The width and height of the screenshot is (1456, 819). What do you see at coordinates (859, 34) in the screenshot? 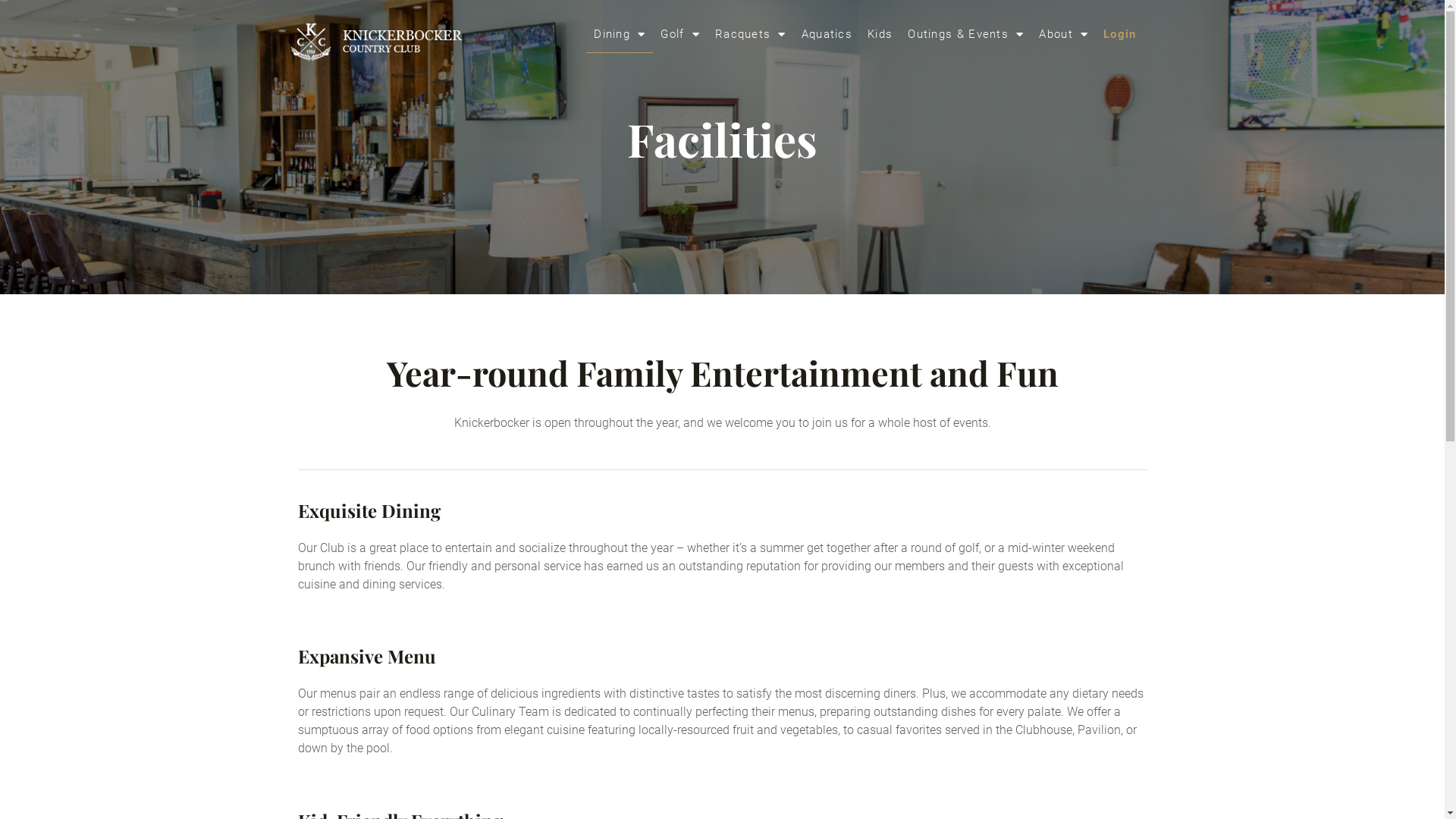
I see `'Kids'` at bounding box center [859, 34].